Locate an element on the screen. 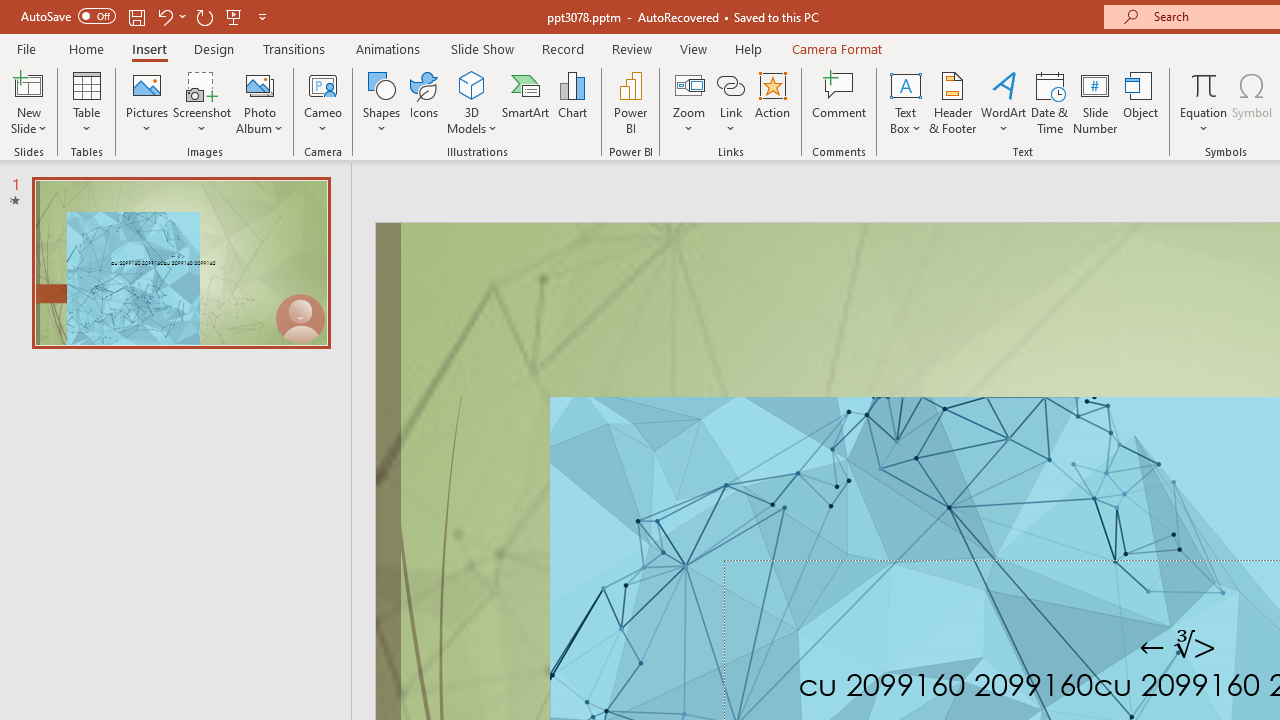 The image size is (1280, 720). 'Action' is located at coordinates (772, 103).